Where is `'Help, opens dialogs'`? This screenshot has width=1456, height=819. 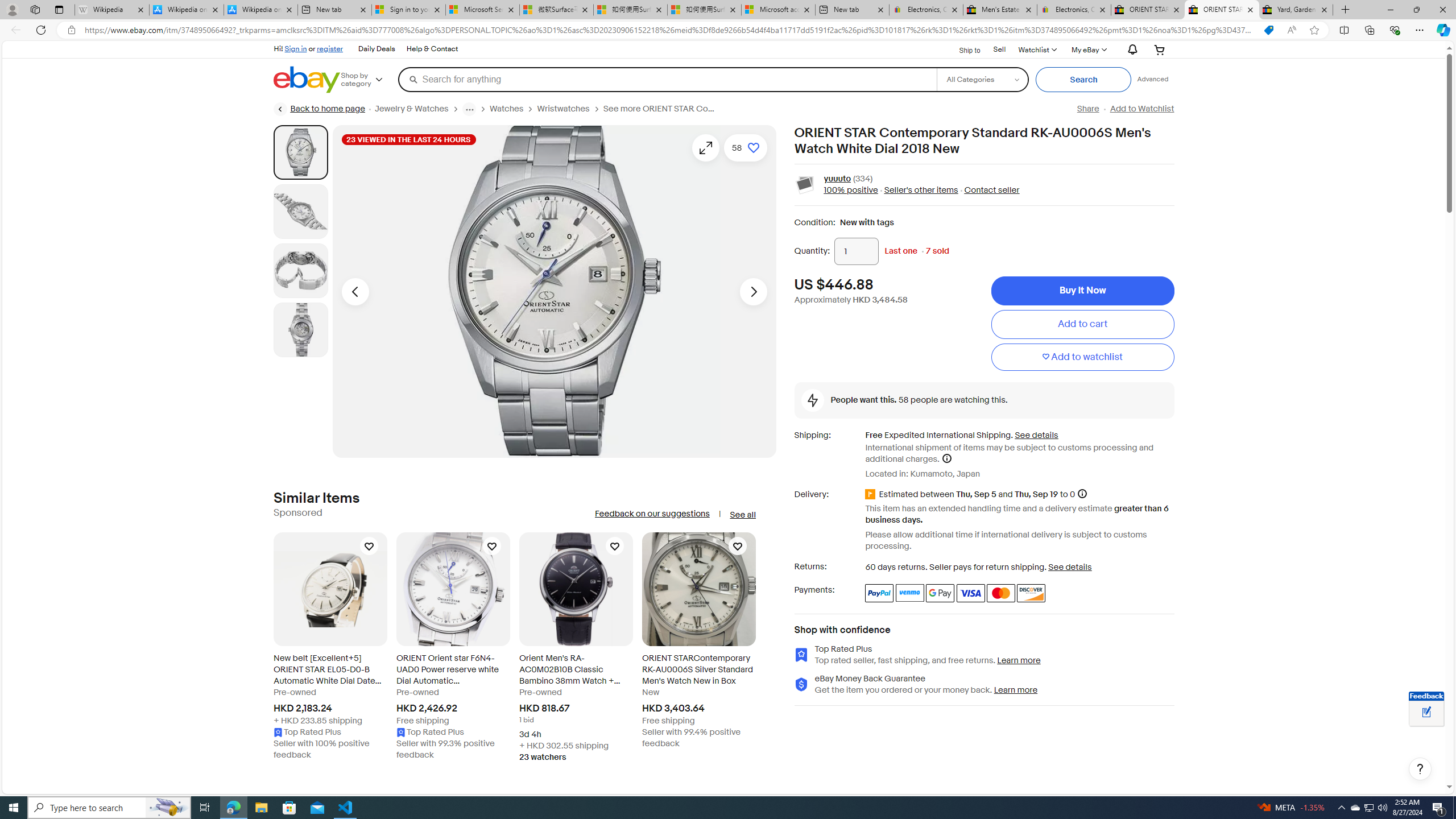 'Help, opens dialogs' is located at coordinates (1420, 768).